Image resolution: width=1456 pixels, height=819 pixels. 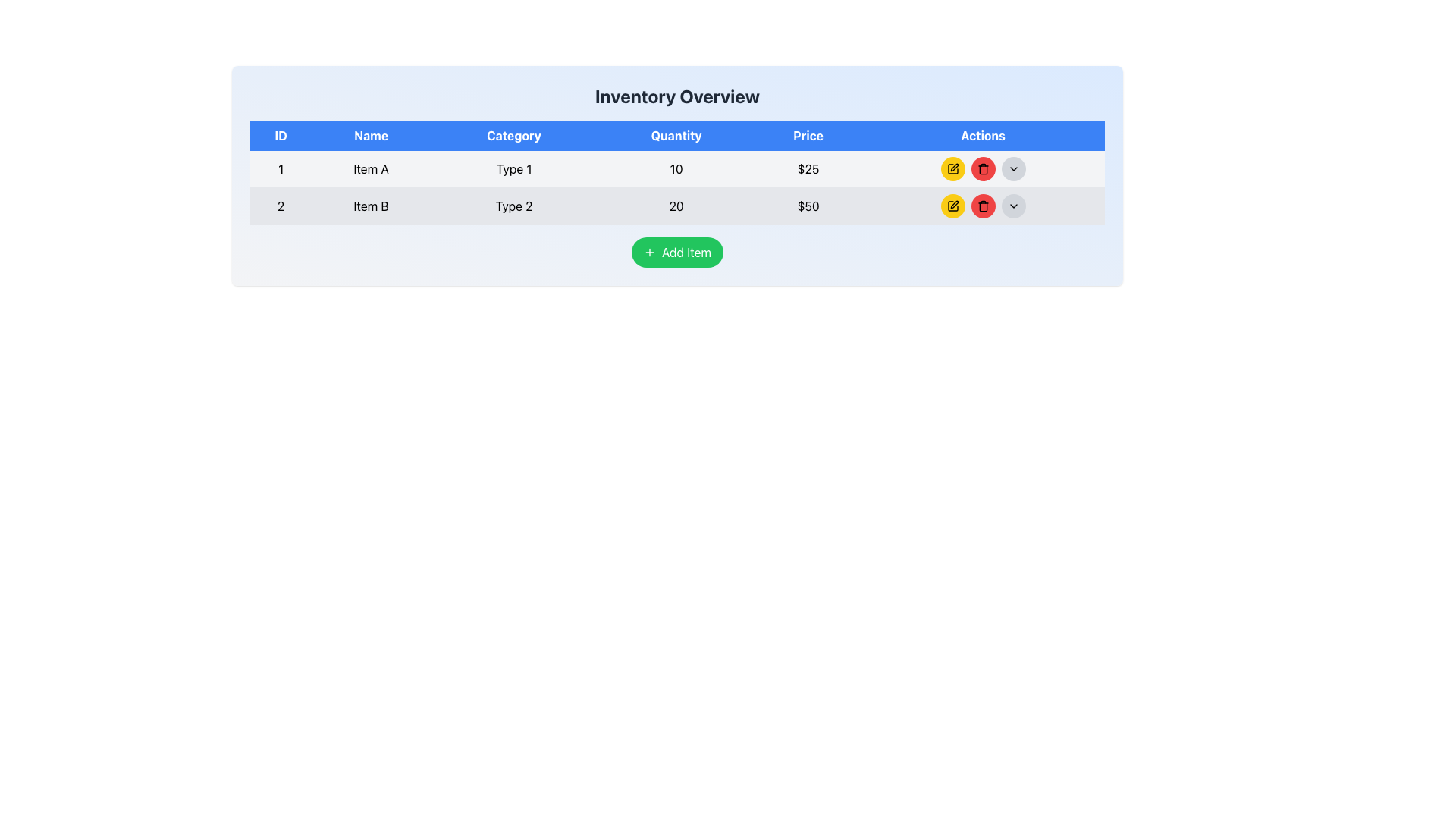 What do you see at coordinates (676, 134) in the screenshot?
I see `the Table Header Row to sort the data by the selected column` at bounding box center [676, 134].